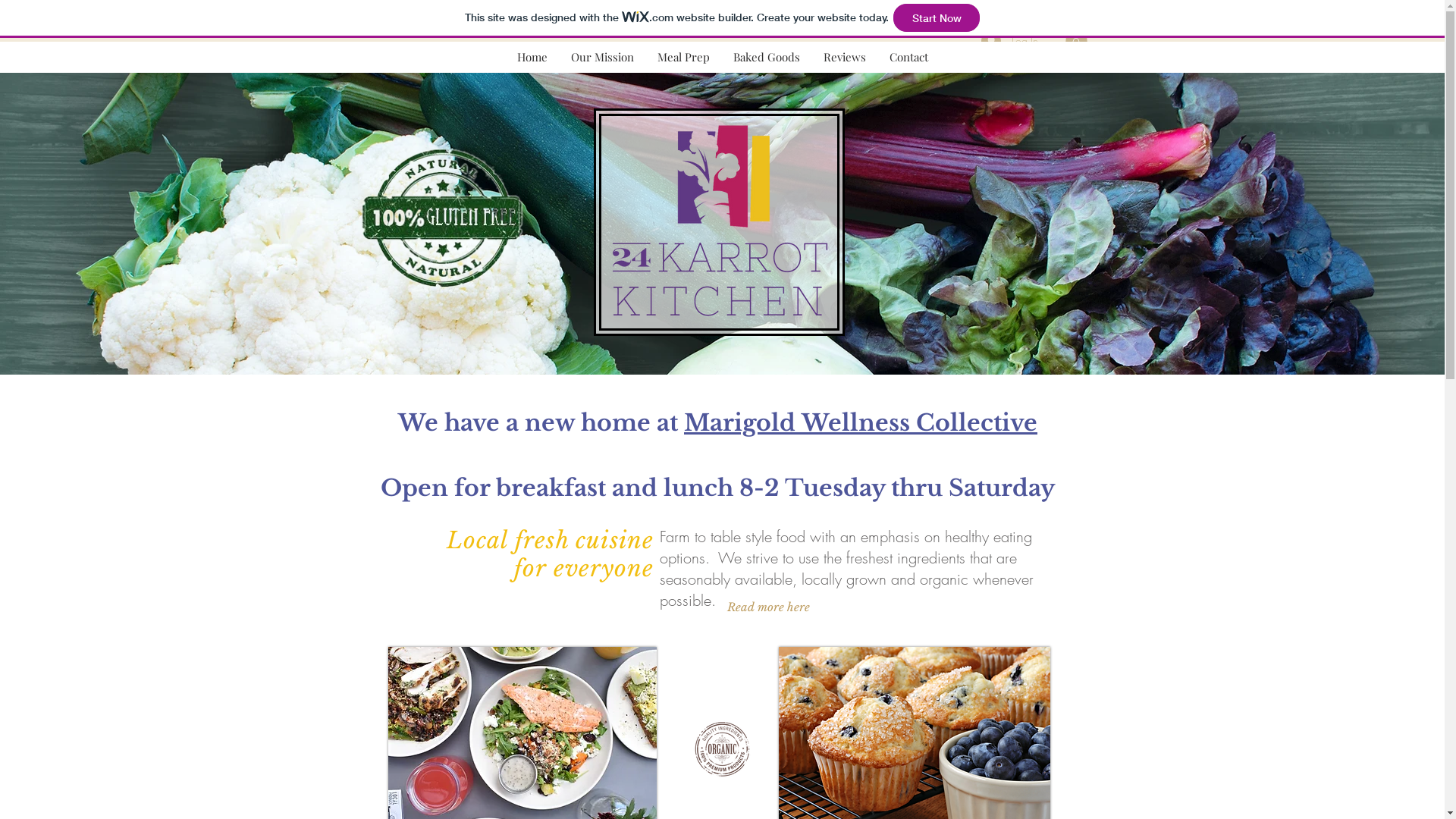 Image resolution: width=1456 pixels, height=819 pixels. I want to click on 'Home', so click(532, 56).